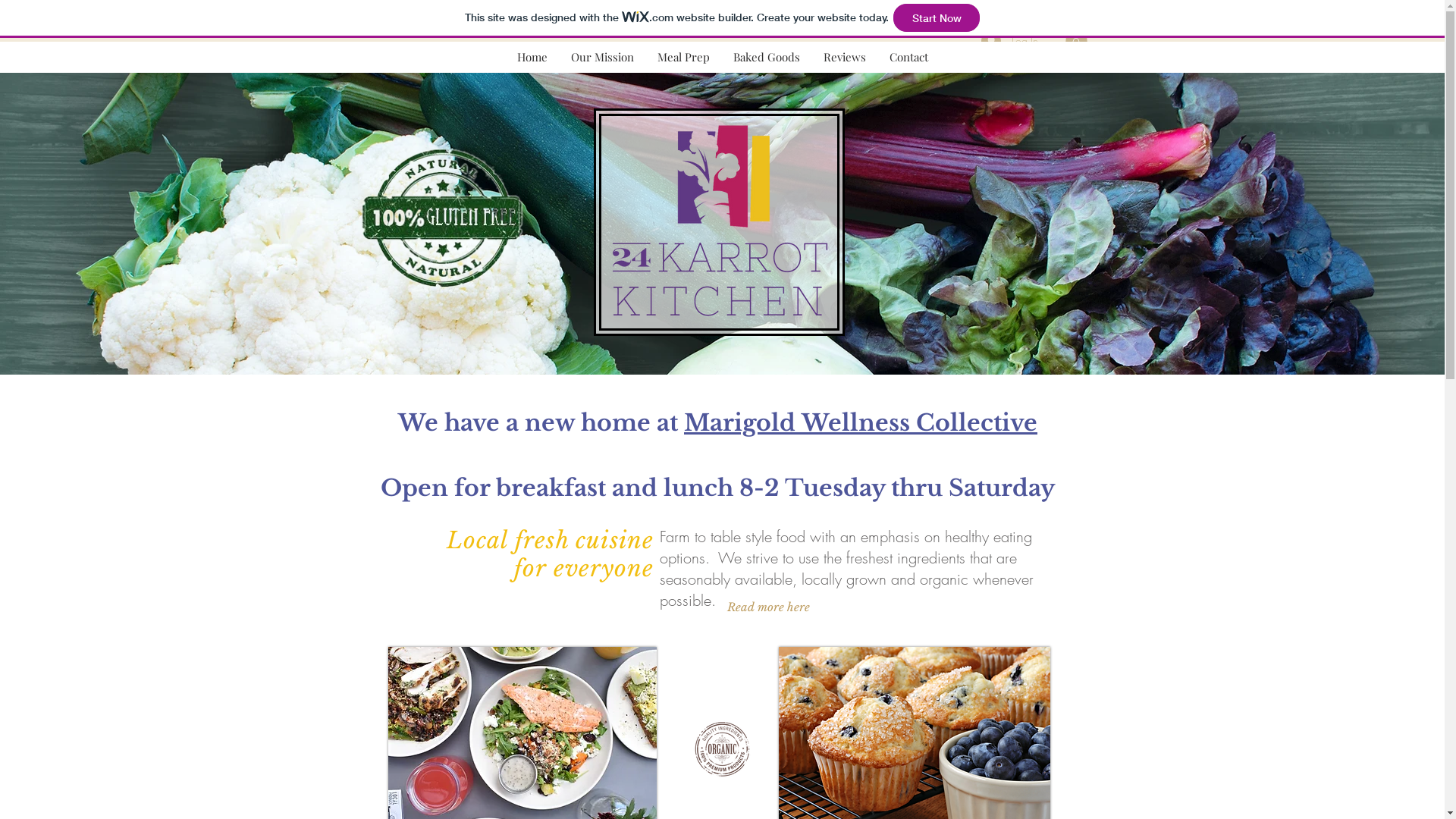 Image resolution: width=1456 pixels, height=819 pixels. I want to click on 'Home', so click(532, 56).